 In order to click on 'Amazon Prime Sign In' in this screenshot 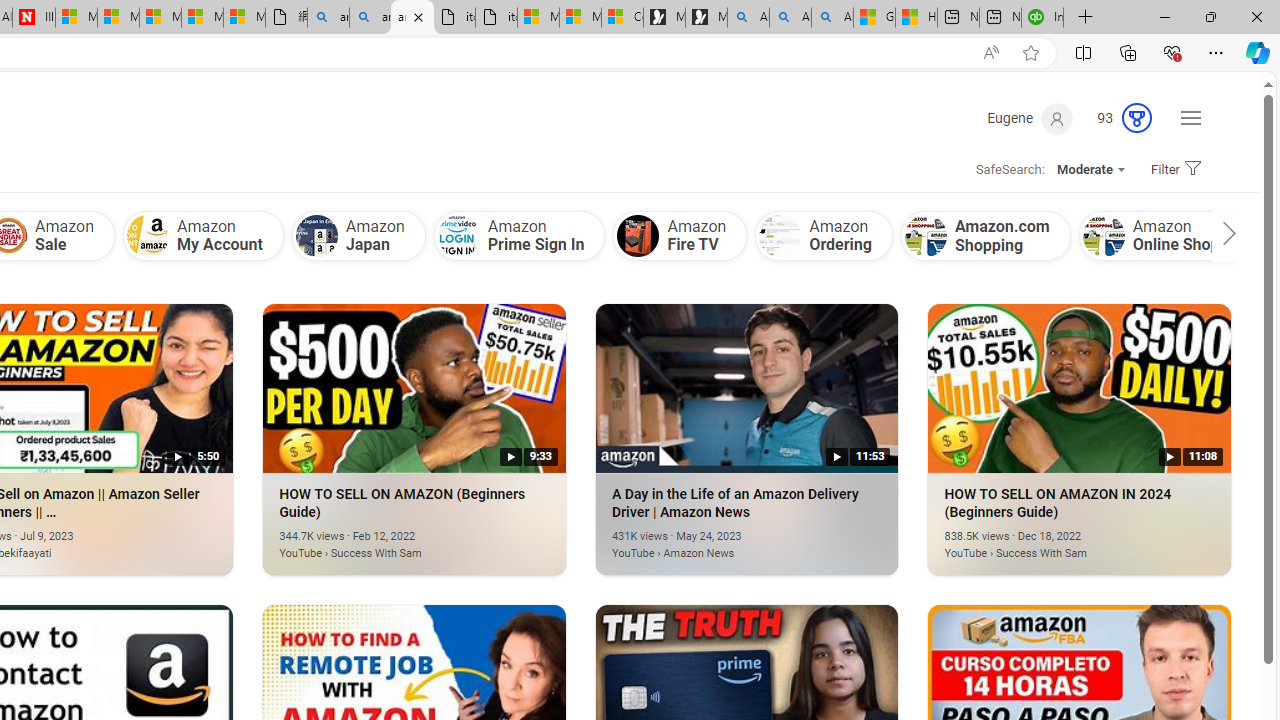, I will do `click(519, 234)`.